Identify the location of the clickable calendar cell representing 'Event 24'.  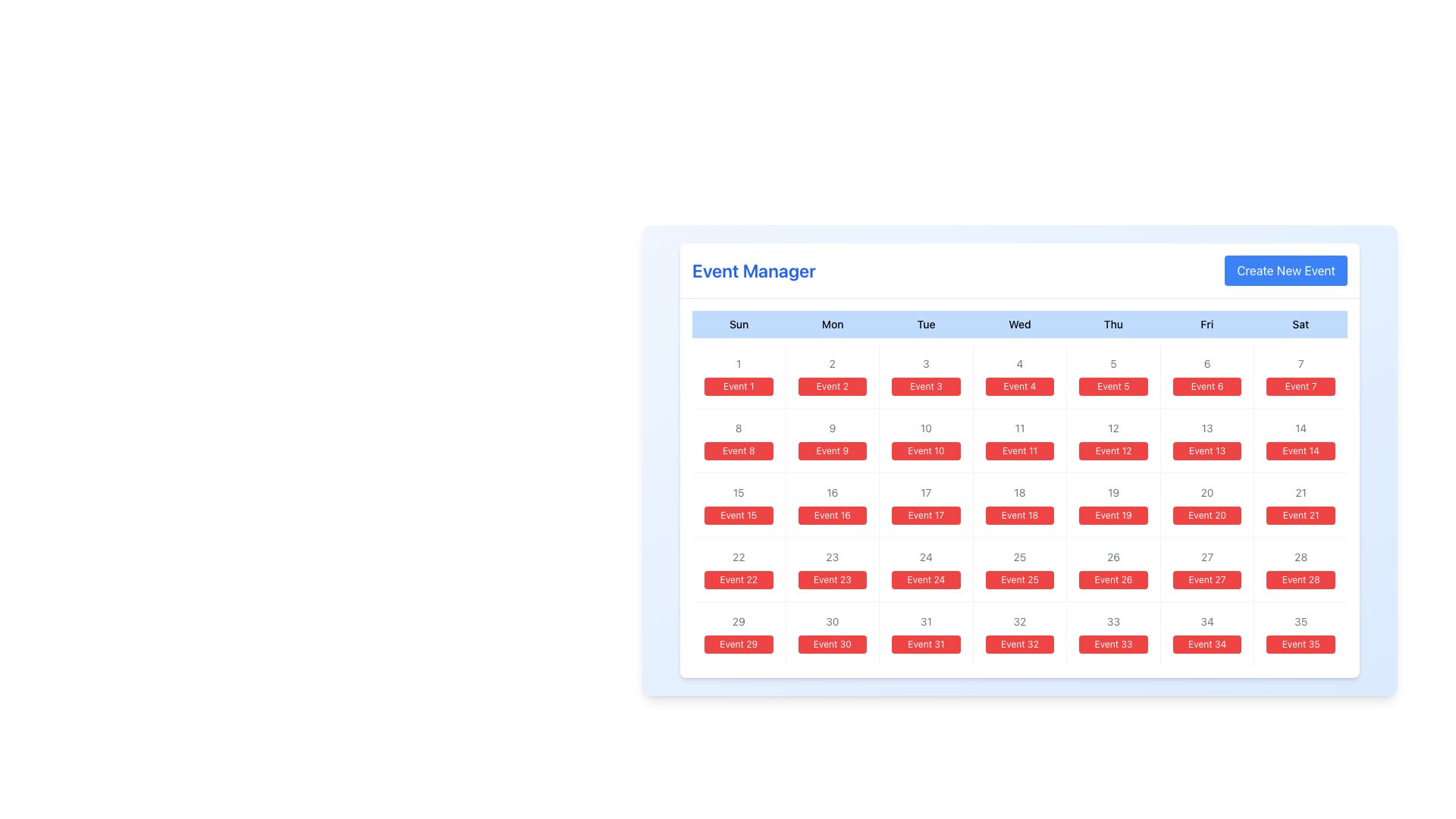
(925, 570).